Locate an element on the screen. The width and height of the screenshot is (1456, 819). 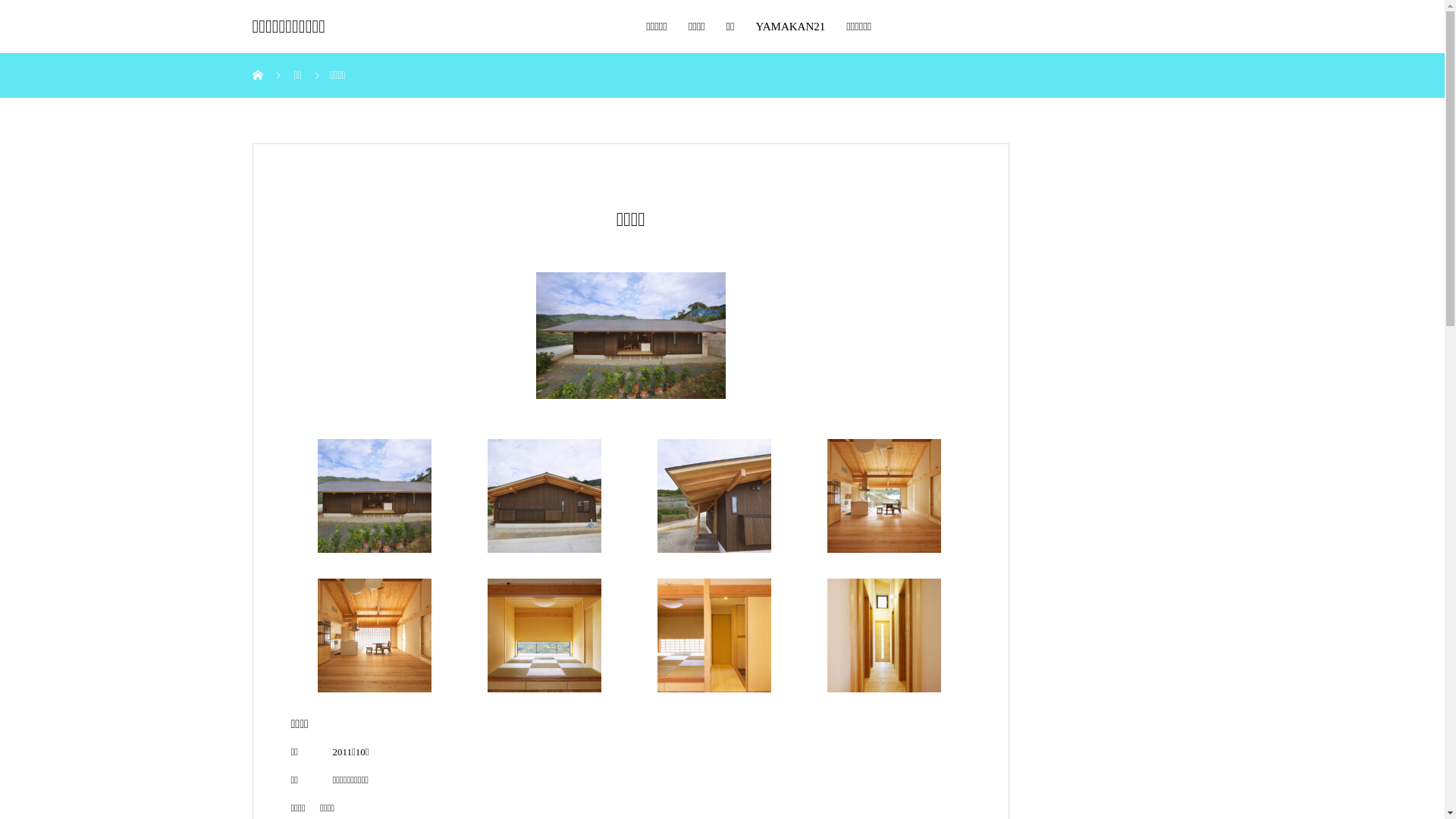
'YAMAKAN21' is located at coordinates (789, 26).